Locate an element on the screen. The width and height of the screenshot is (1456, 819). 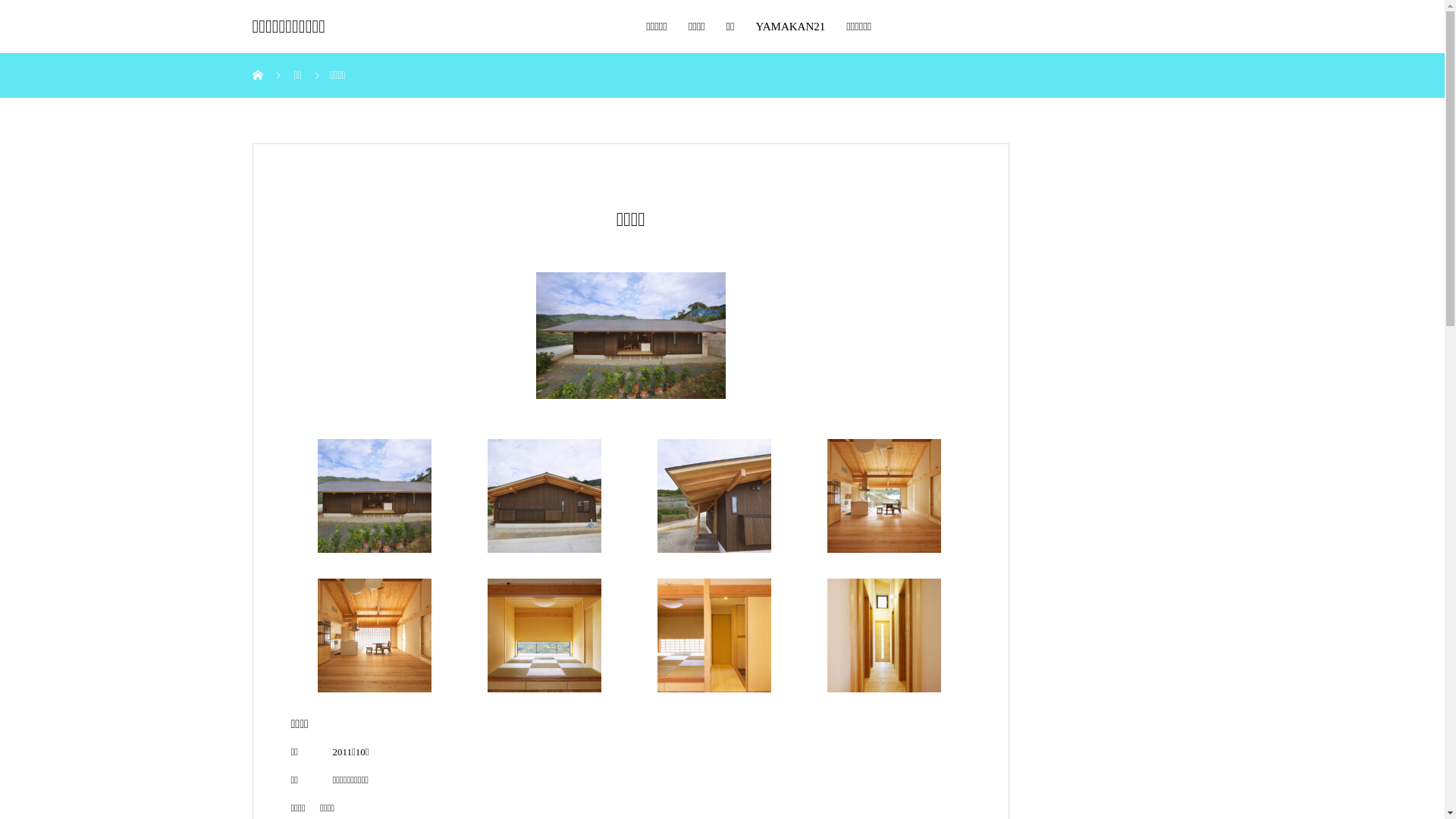
'YAMAKAN21' is located at coordinates (789, 26).